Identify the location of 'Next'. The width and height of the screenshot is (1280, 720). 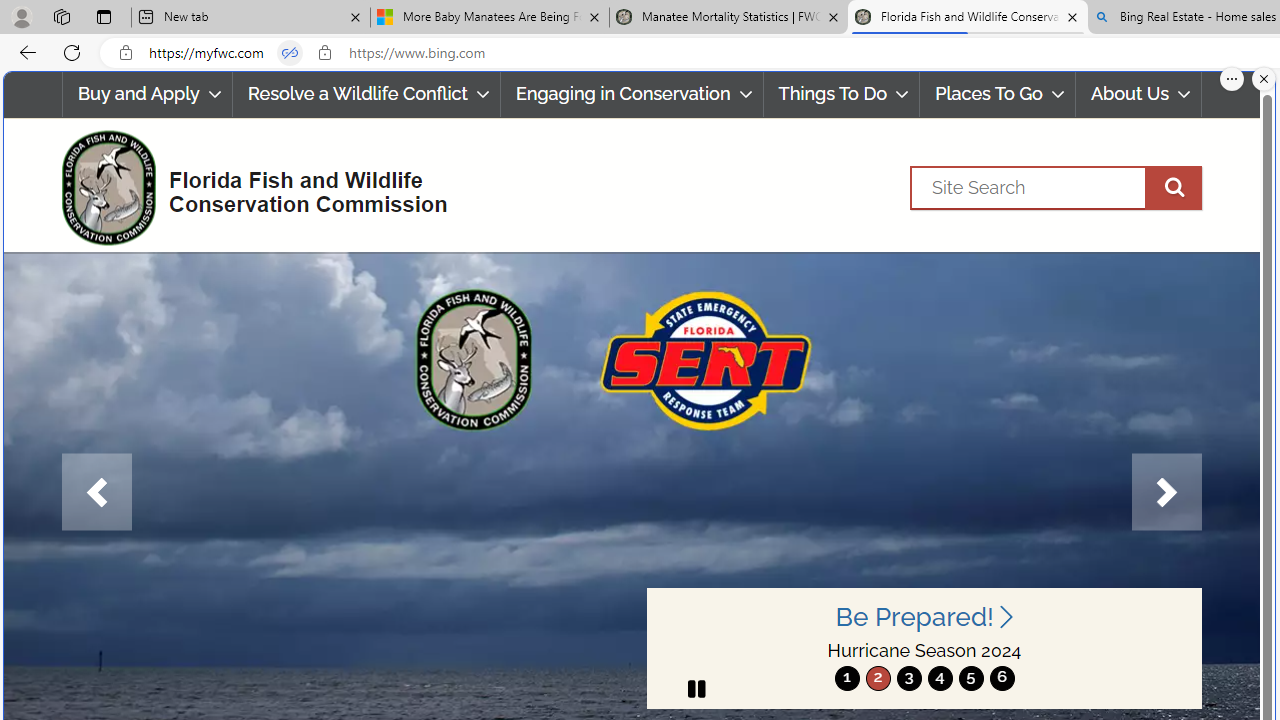
(1166, 492).